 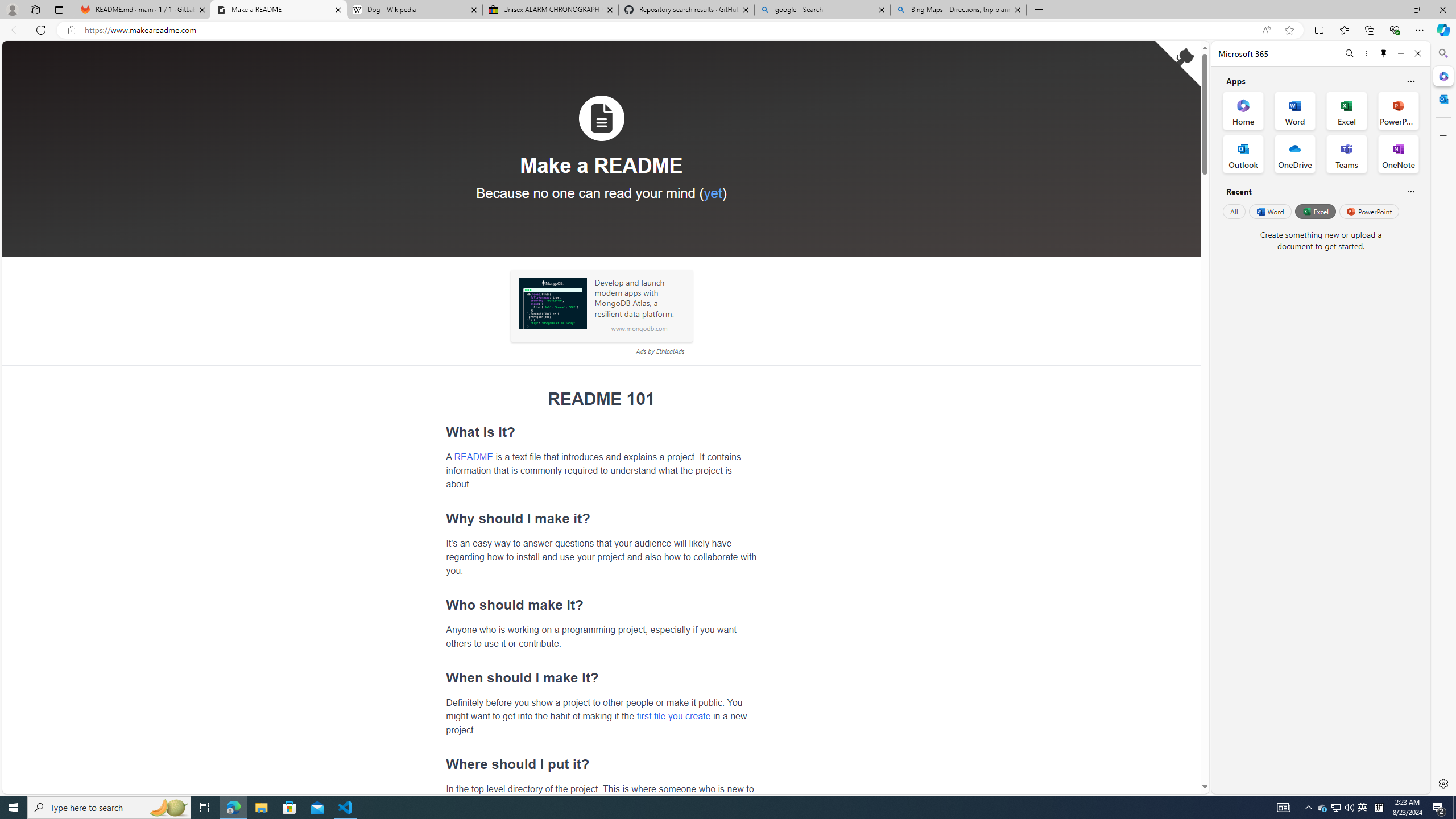 I want to click on 'Teams Office App', so click(x=1347, y=154).